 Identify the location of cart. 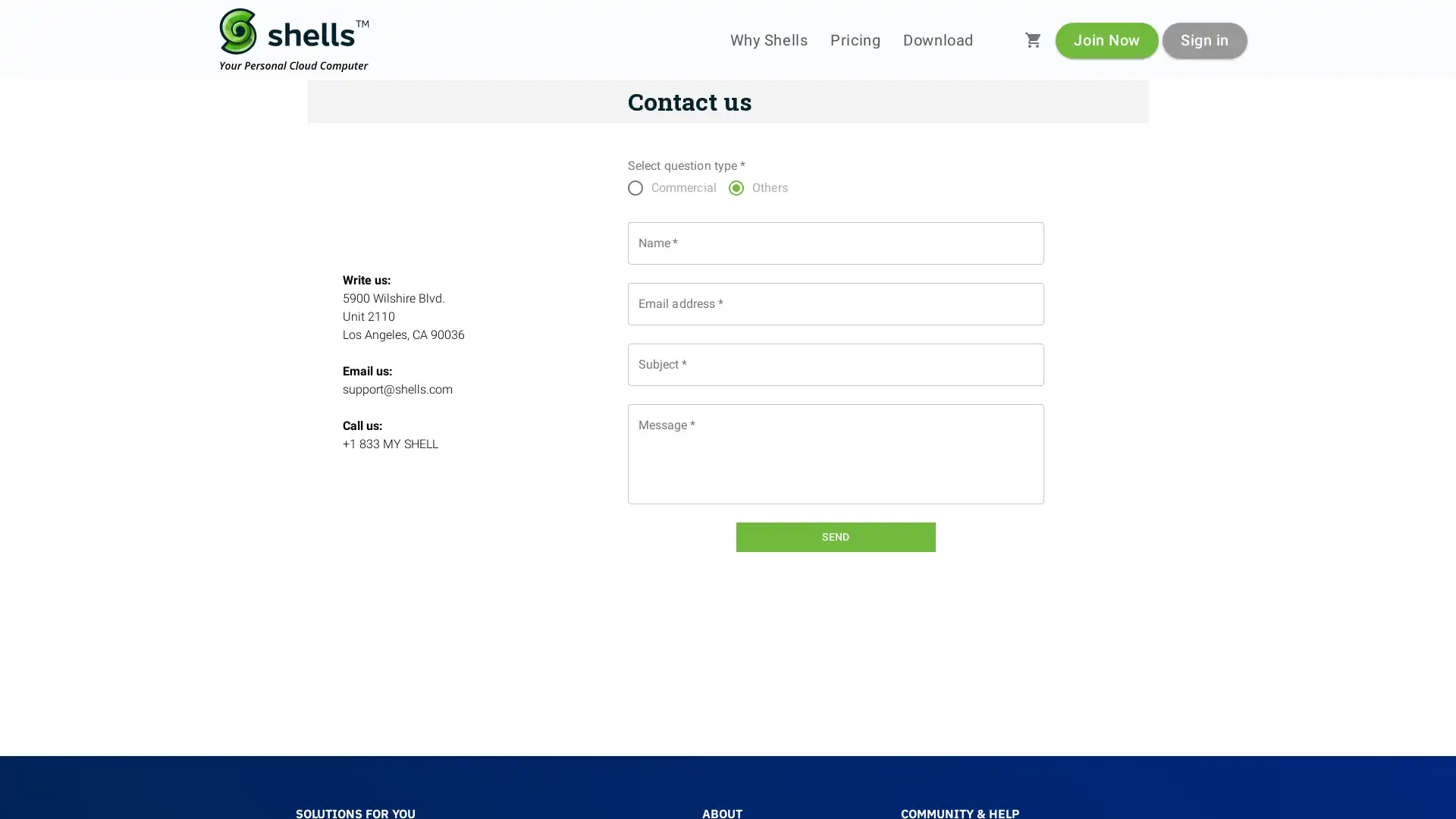
(1033, 39).